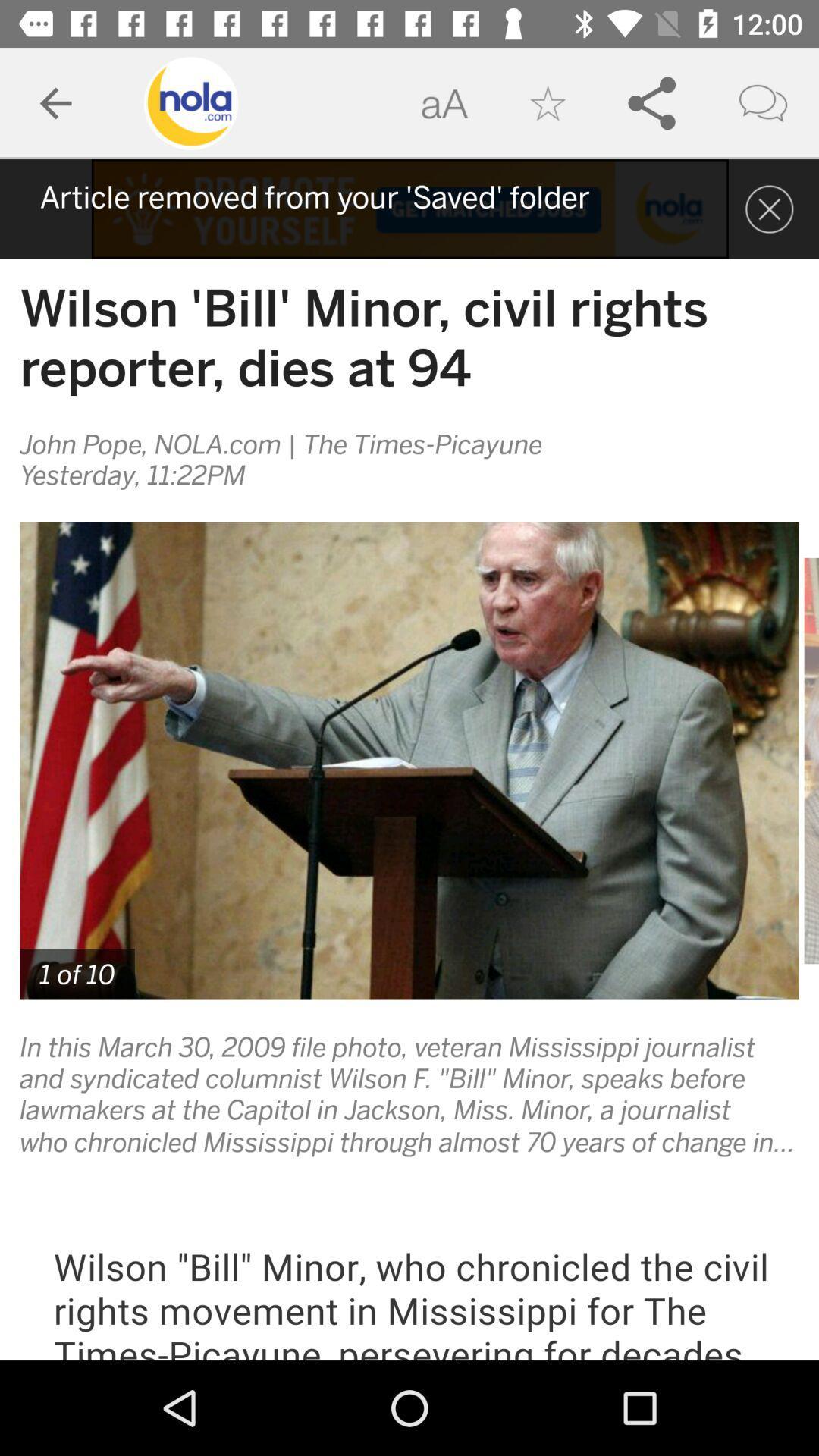  I want to click on button, so click(769, 208).